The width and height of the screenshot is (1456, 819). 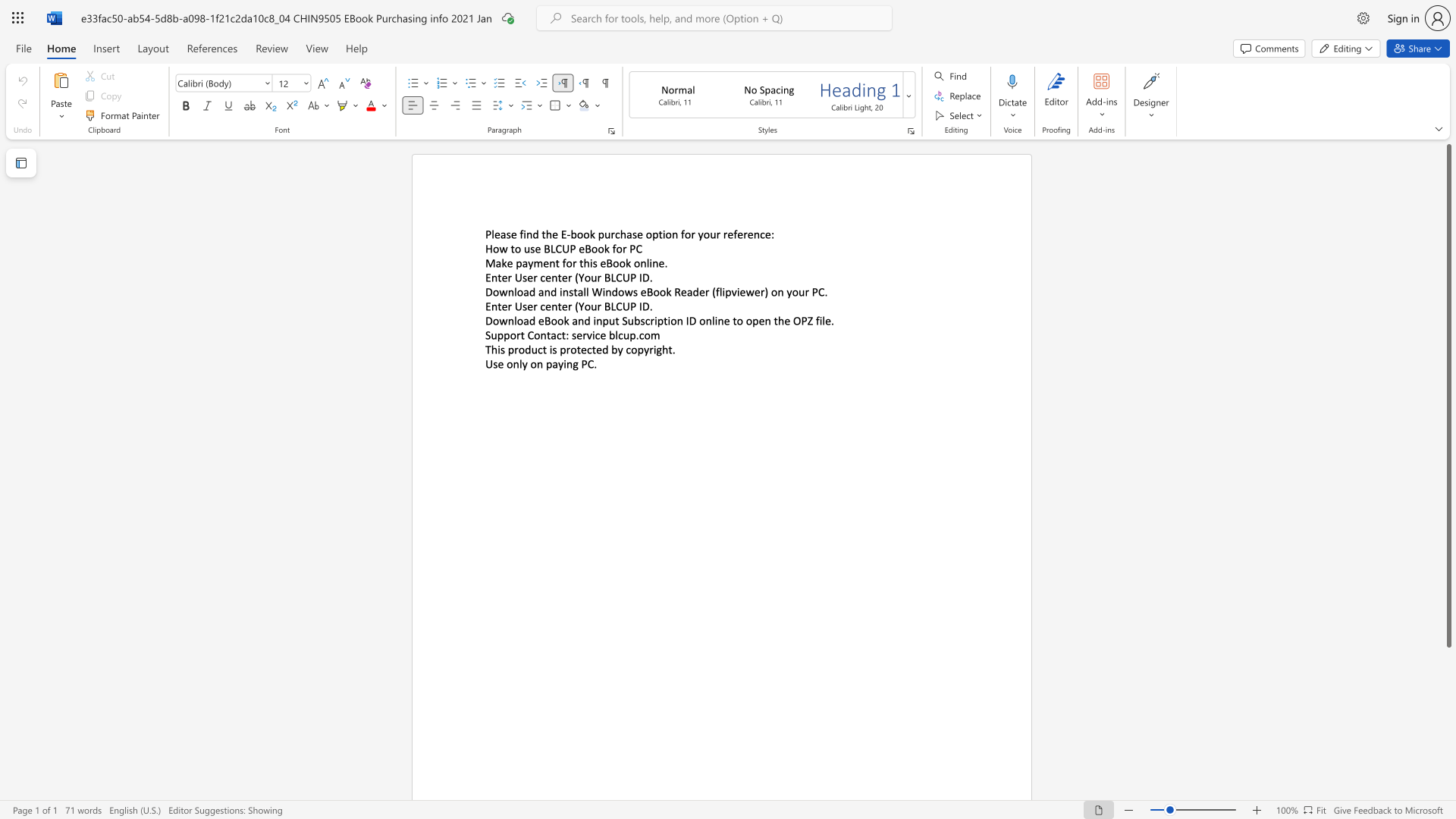 What do you see at coordinates (1448, 758) in the screenshot?
I see `the scrollbar to scroll downward` at bounding box center [1448, 758].